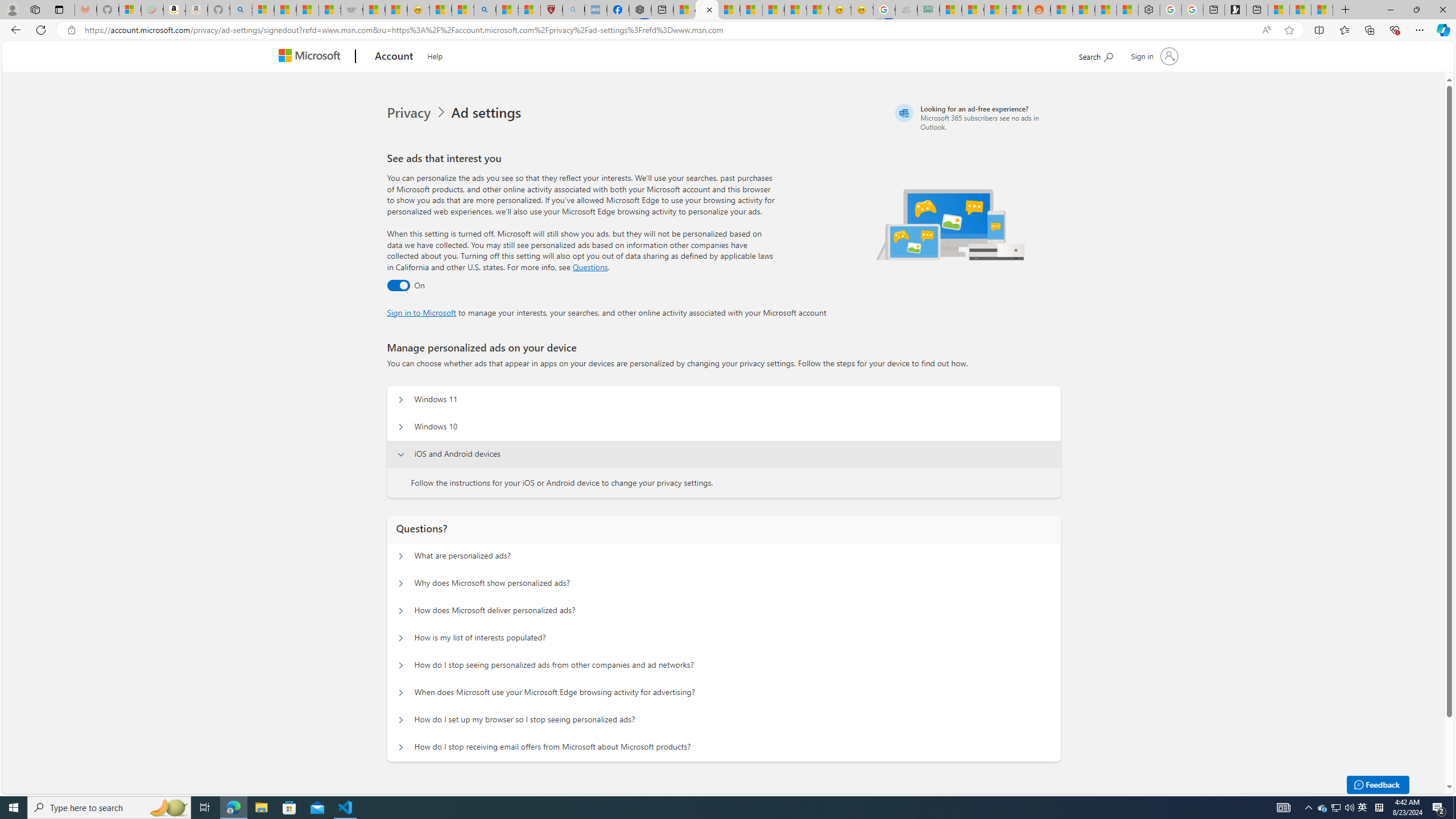 This screenshot has height=819, width=1456. I want to click on 'View site information', so click(71, 30).